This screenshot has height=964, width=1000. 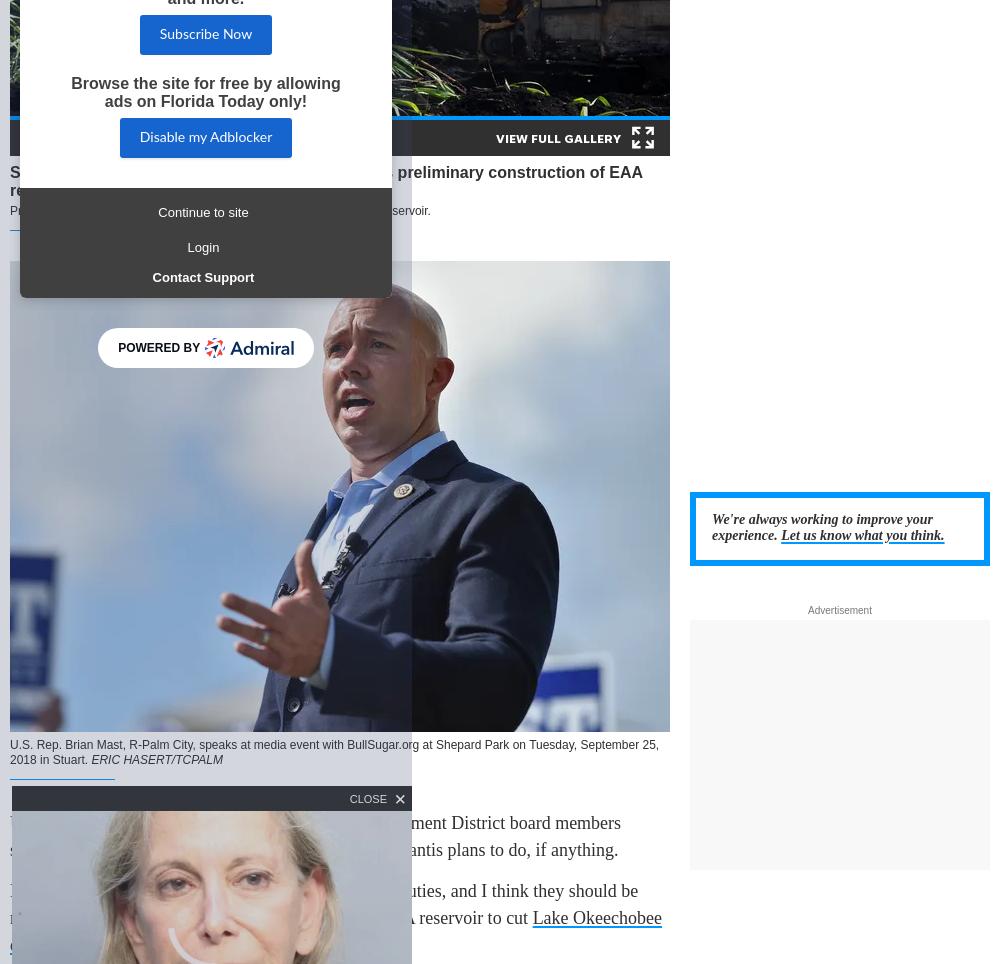 I want to click on 'Browse the site for free by allowing ads on Florida Today only!', so click(x=204, y=90).